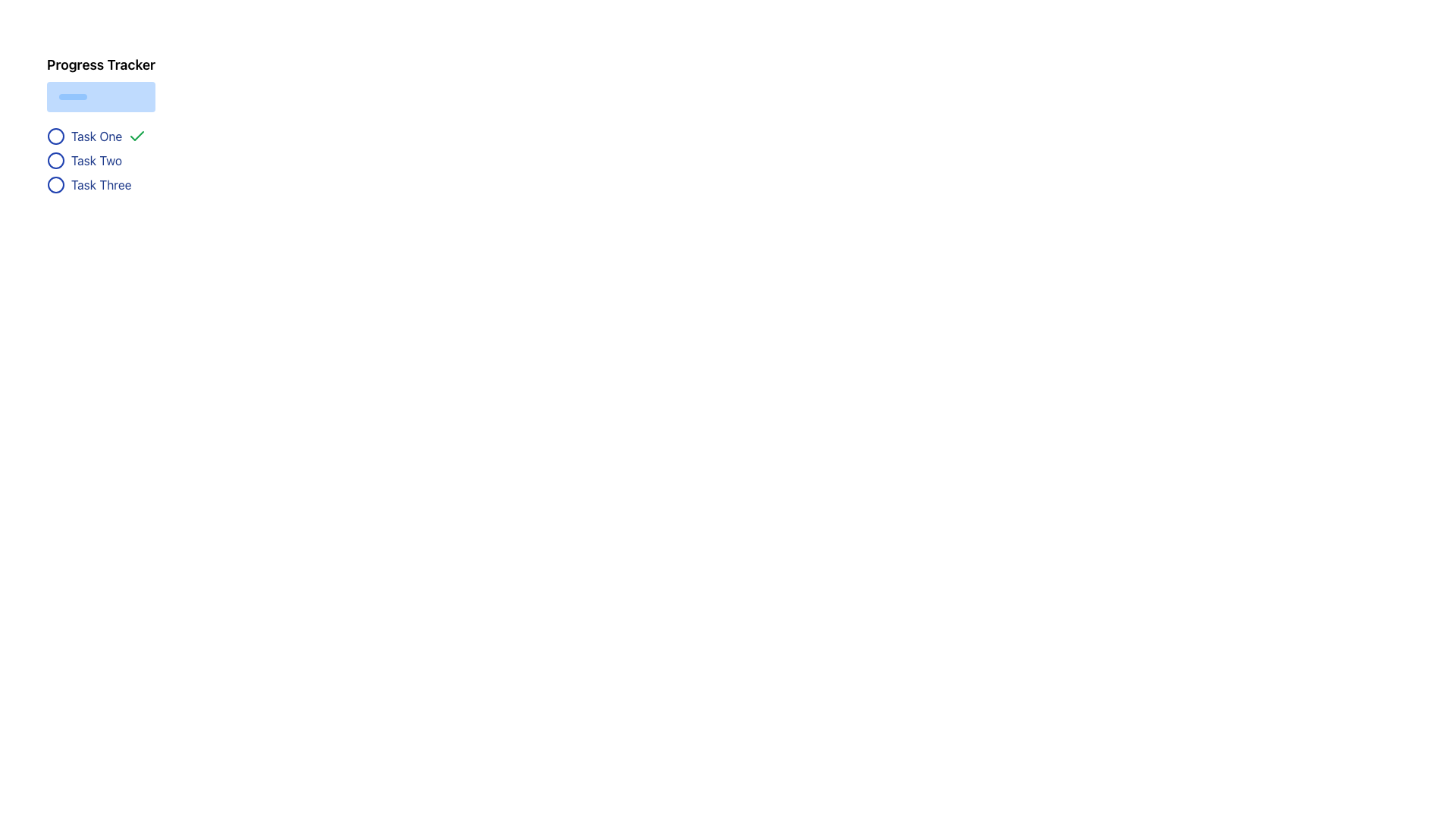  Describe the element at coordinates (96, 136) in the screenshot. I see `text label displaying 'Task One', which is positioned between a circular blue icon on the left and a green checkmark on the right, under the title 'Progress Tracker'` at that location.